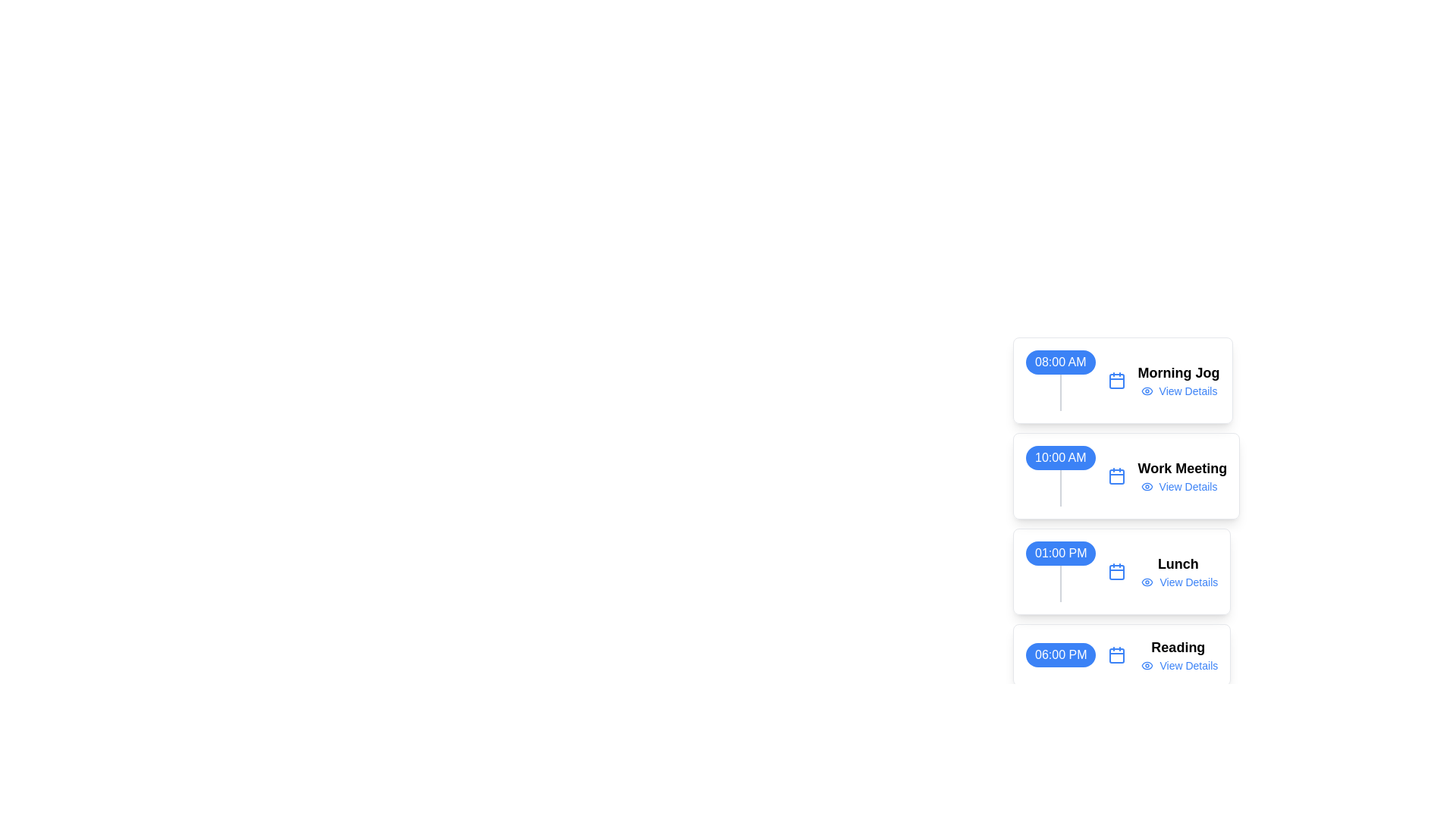 Image resolution: width=1456 pixels, height=819 pixels. Describe the element at coordinates (1059, 379) in the screenshot. I see `the Label (Time Badge) indicating the starting time of the event 'Morning Jog'` at that location.